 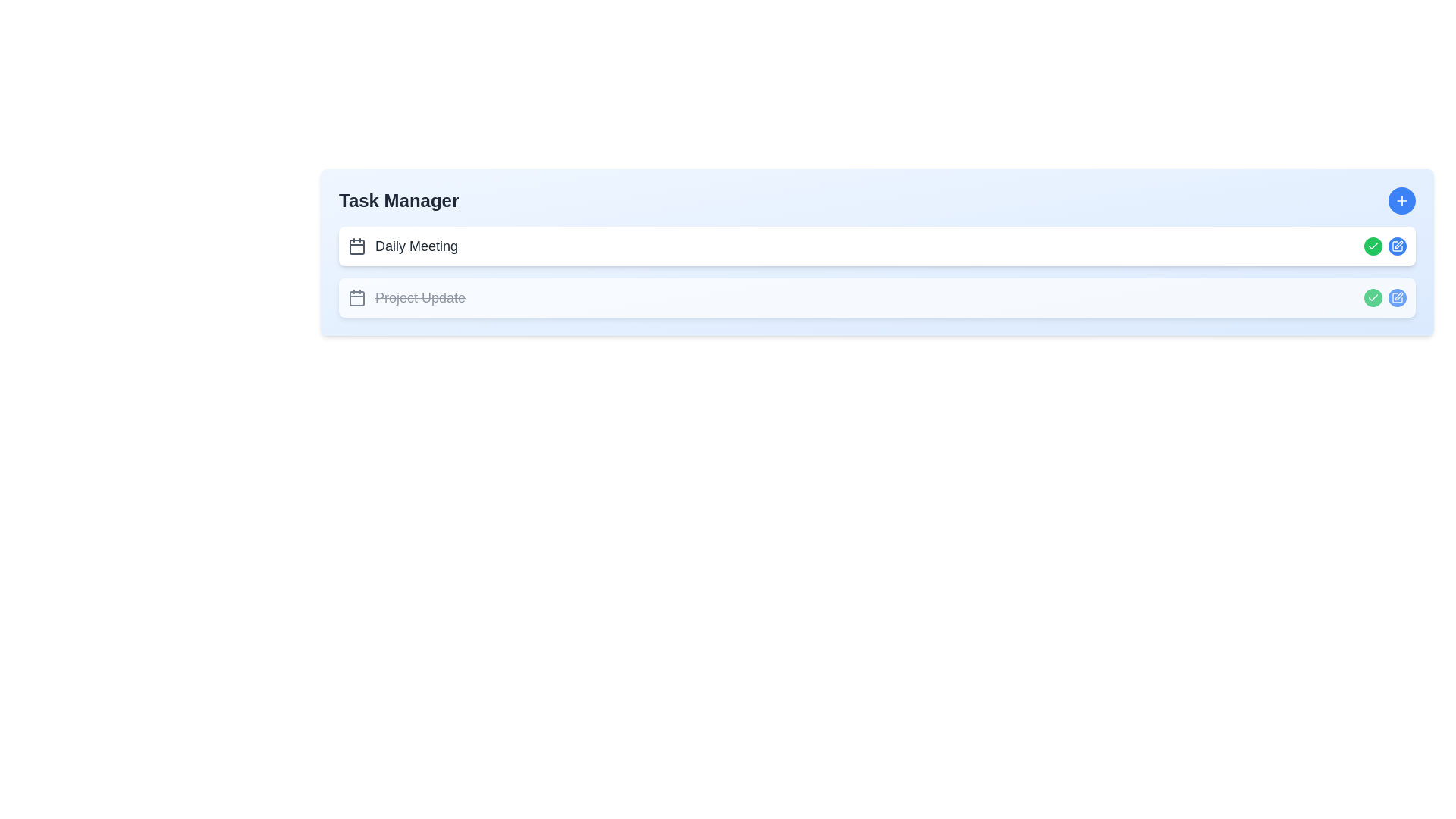 What do you see at coordinates (1385, 245) in the screenshot?
I see `the green button` at bounding box center [1385, 245].